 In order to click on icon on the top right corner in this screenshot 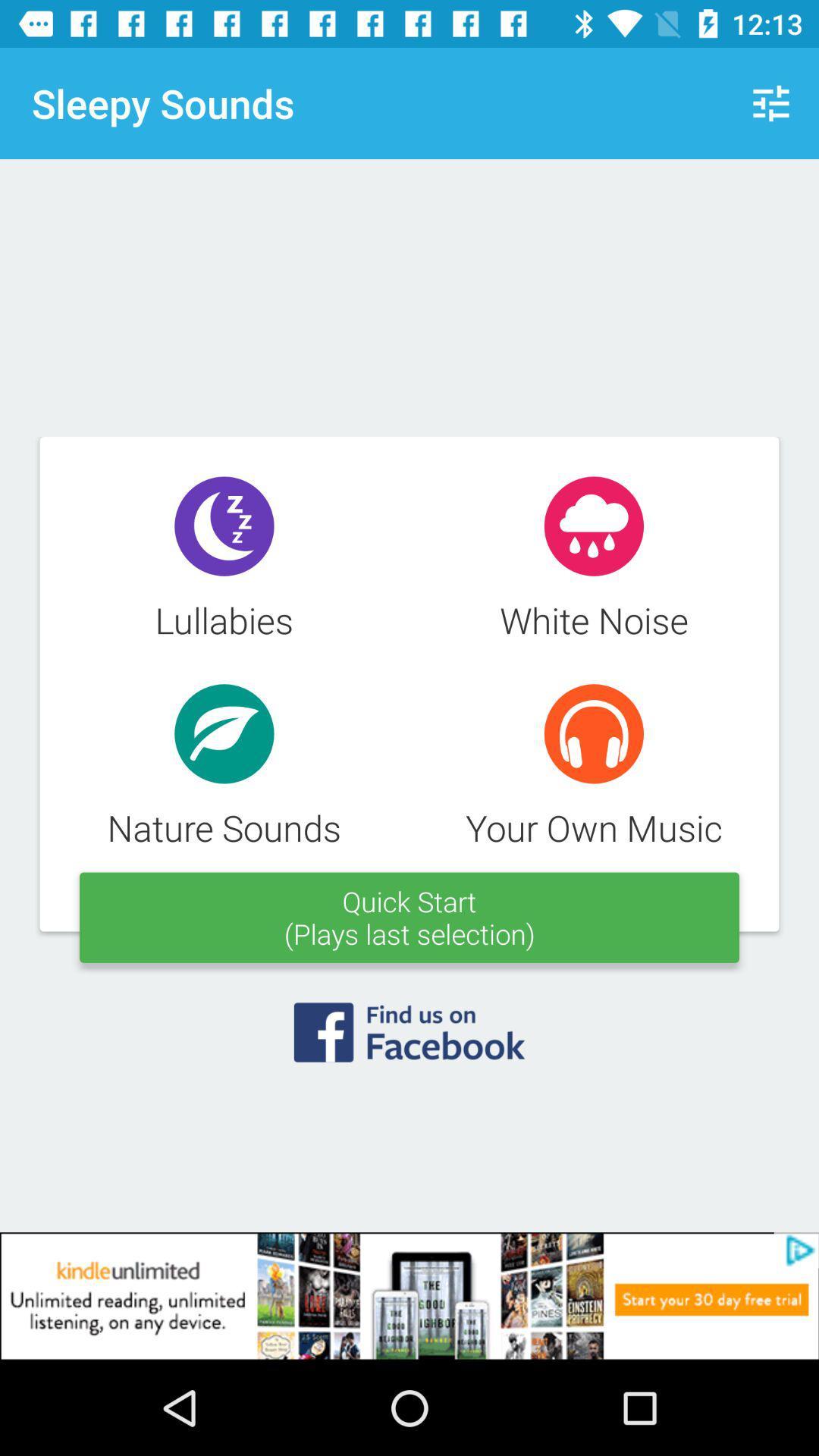, I will do `click(771, 103)`.